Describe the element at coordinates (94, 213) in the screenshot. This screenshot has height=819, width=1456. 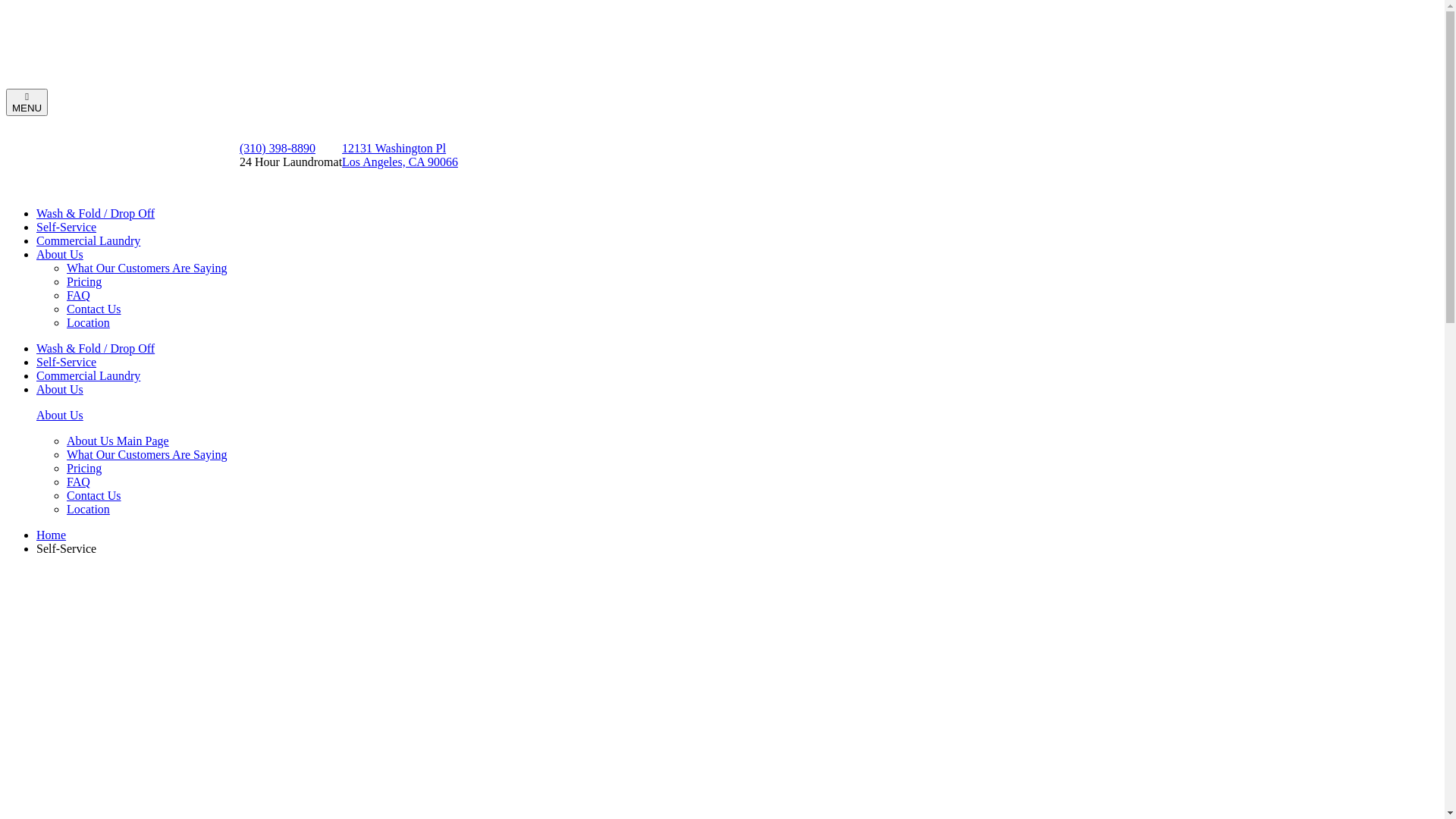
I see `'Wash & Fold / Drop Off'` at that location.